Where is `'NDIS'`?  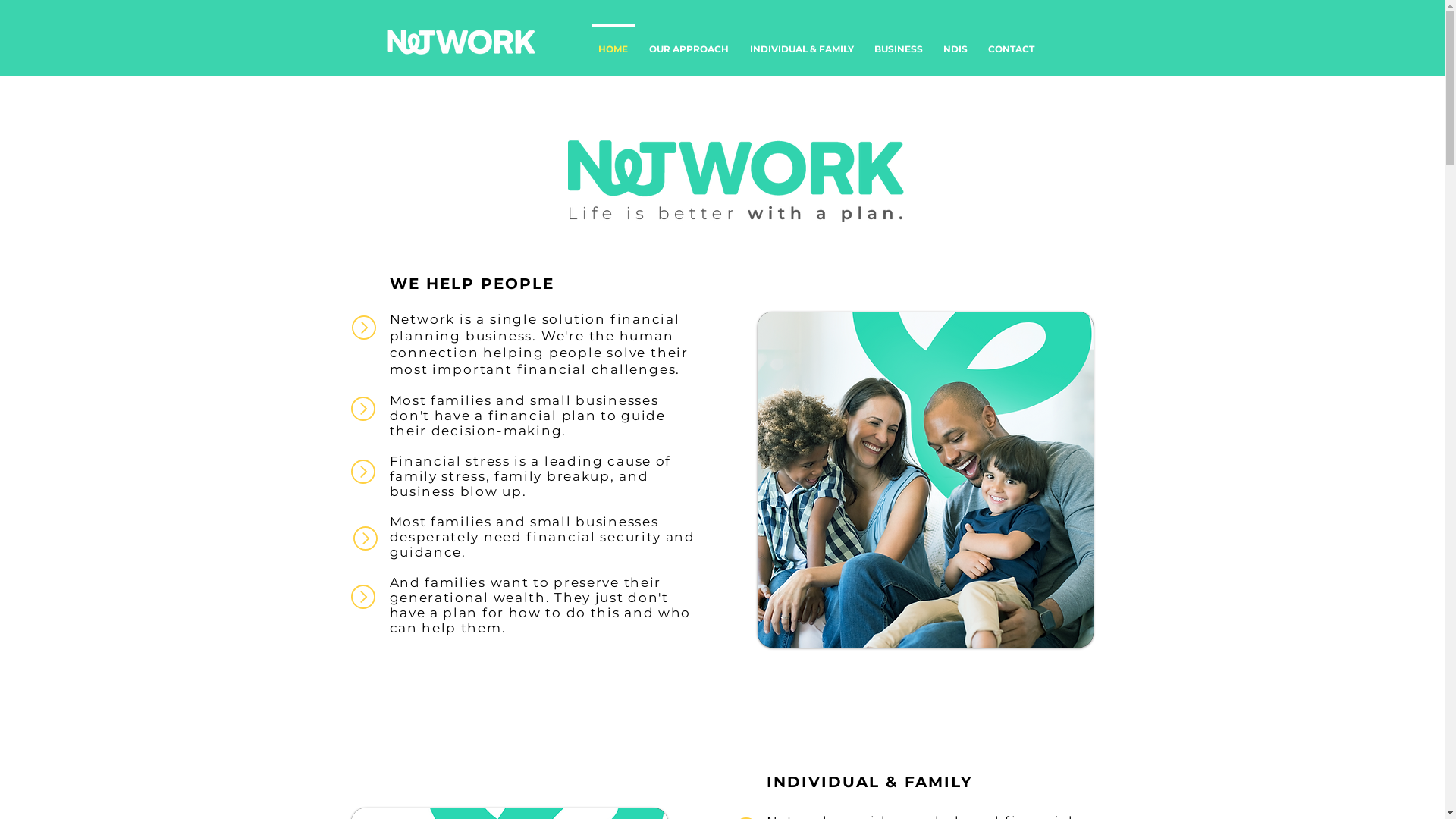
'NDIS' is located at coordinates (954, 42).